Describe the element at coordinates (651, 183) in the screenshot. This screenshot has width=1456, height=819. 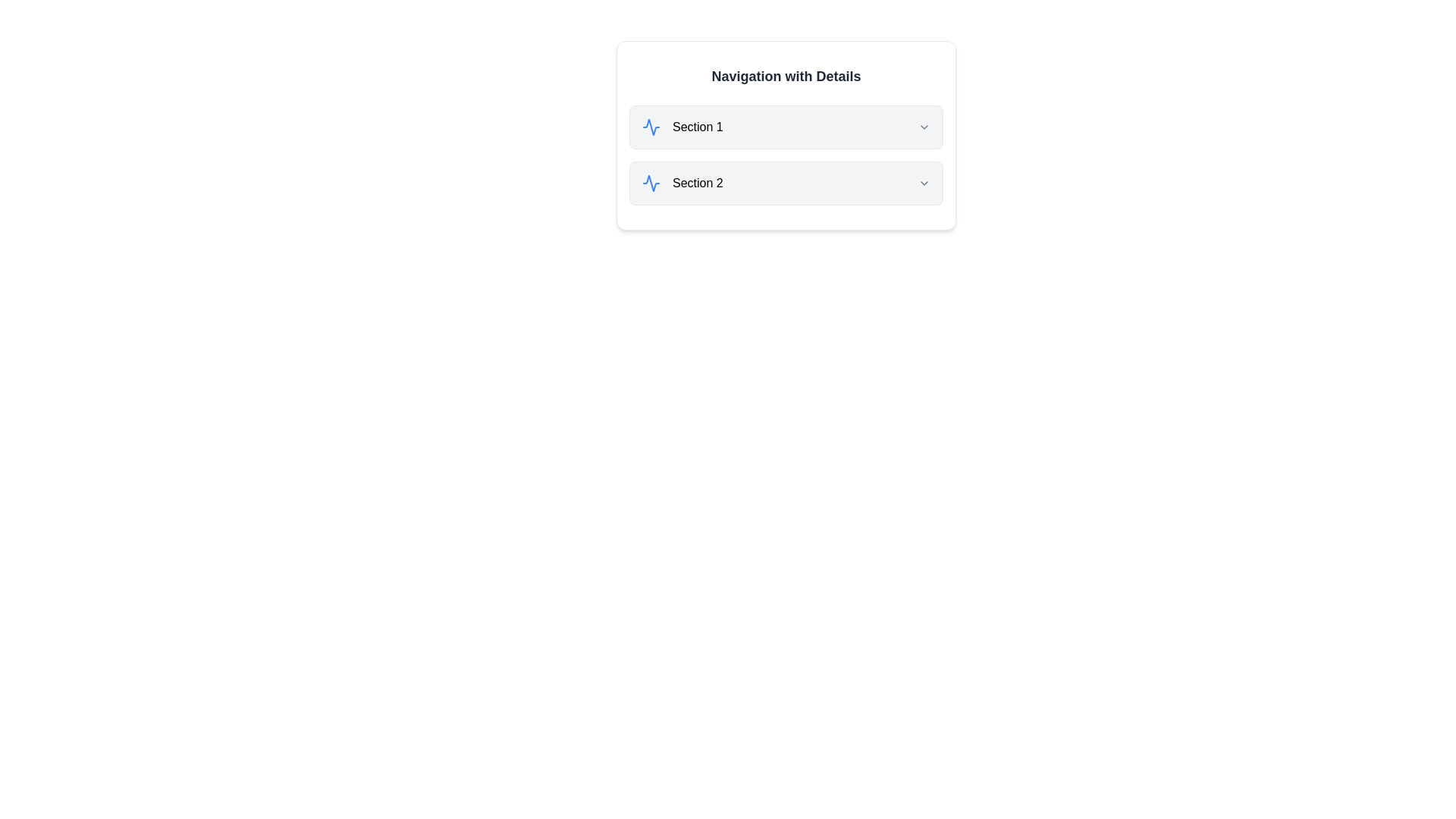
I see `the Icon (SVG graphic) that visually represents the 'Section 1' content, located to the left of the text 'Section 1' in the navigation panel` at that location.